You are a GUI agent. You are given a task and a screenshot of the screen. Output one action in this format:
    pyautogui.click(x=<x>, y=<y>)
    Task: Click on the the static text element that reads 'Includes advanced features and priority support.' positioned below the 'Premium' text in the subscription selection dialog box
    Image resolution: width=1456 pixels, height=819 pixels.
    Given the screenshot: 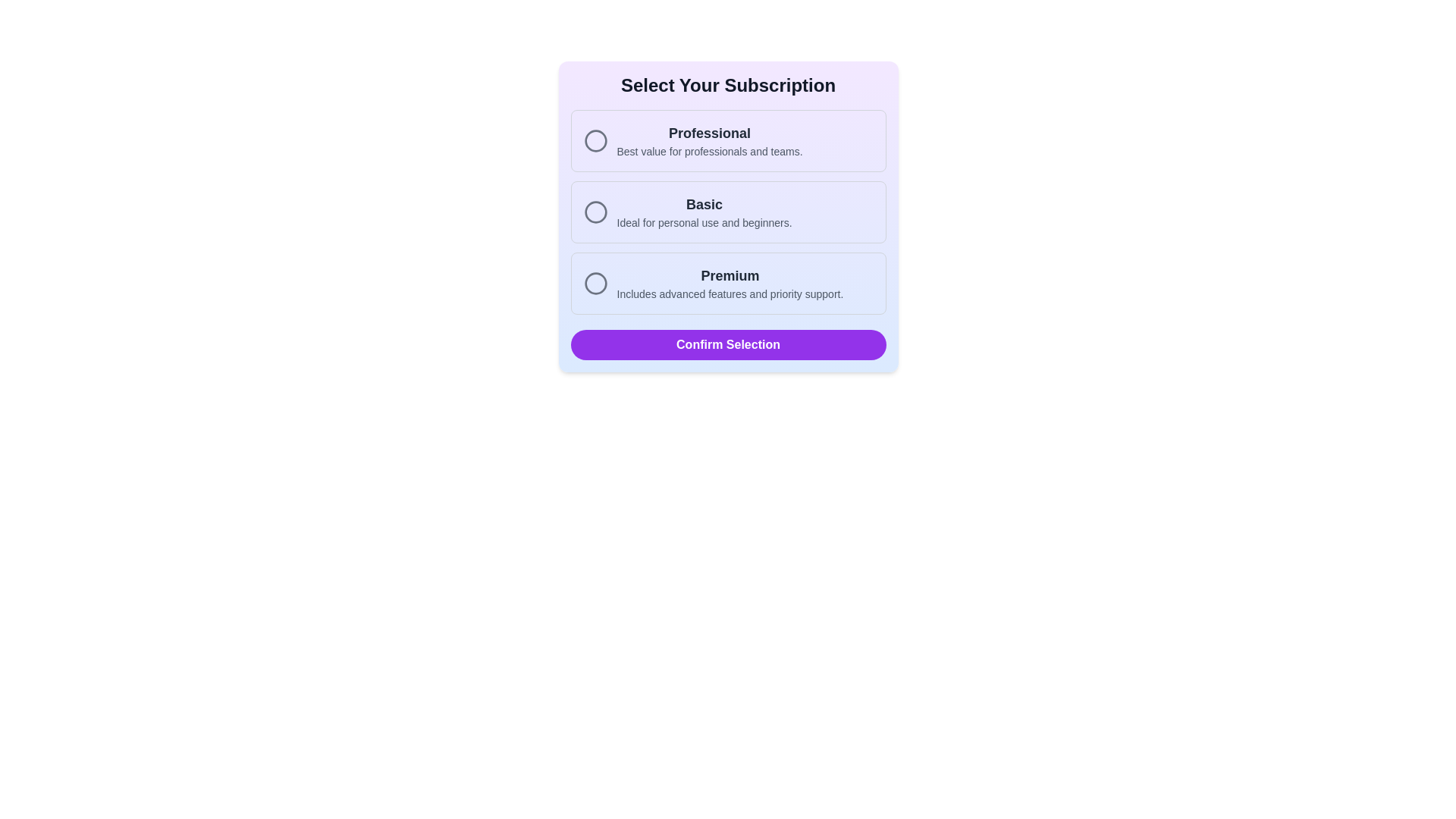 What is the action you would take?
    pyautogui.click(x=730, y=294)
    